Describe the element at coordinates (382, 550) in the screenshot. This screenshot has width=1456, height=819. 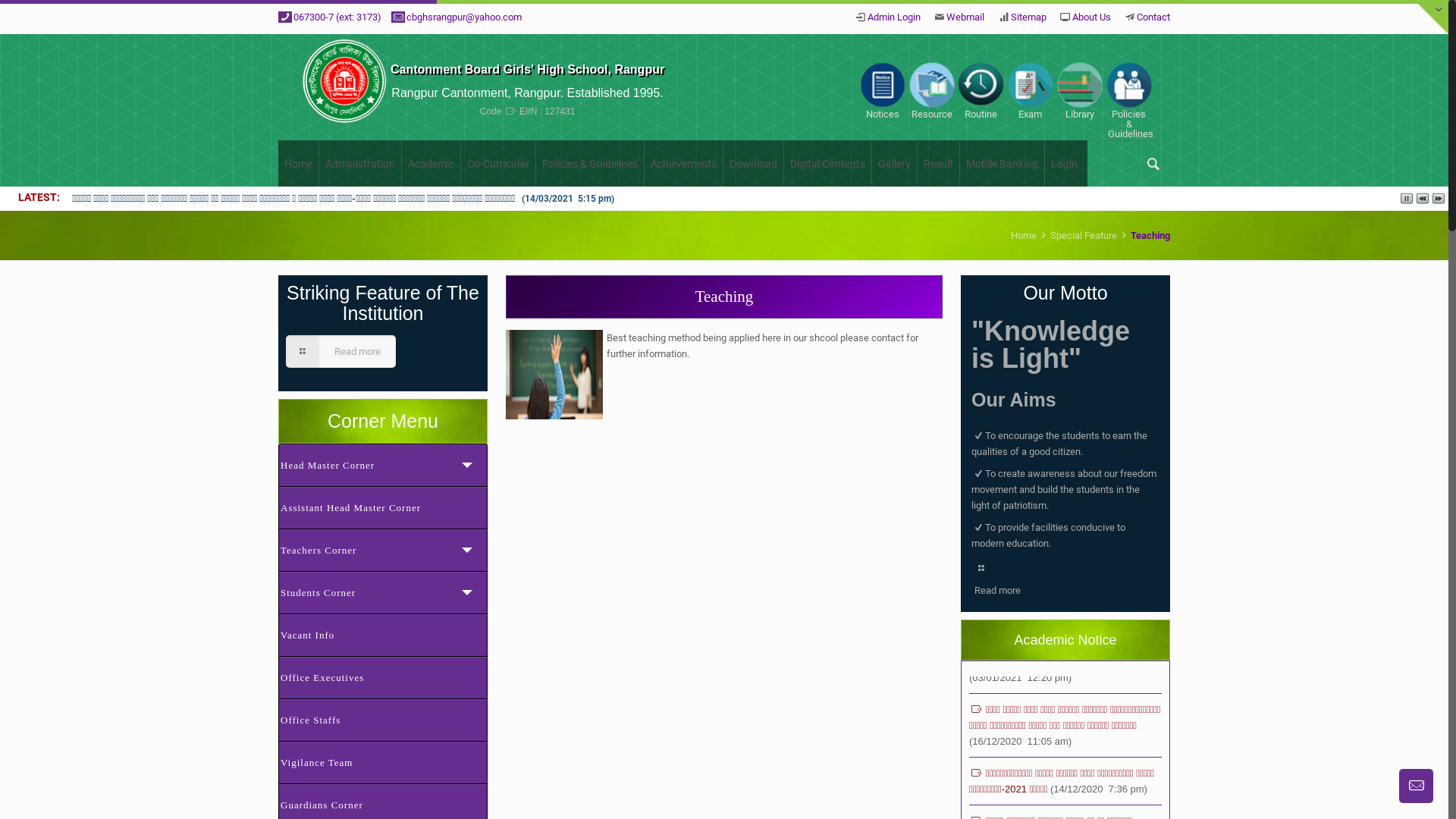
I see `'Teachers Corner'` at that location.